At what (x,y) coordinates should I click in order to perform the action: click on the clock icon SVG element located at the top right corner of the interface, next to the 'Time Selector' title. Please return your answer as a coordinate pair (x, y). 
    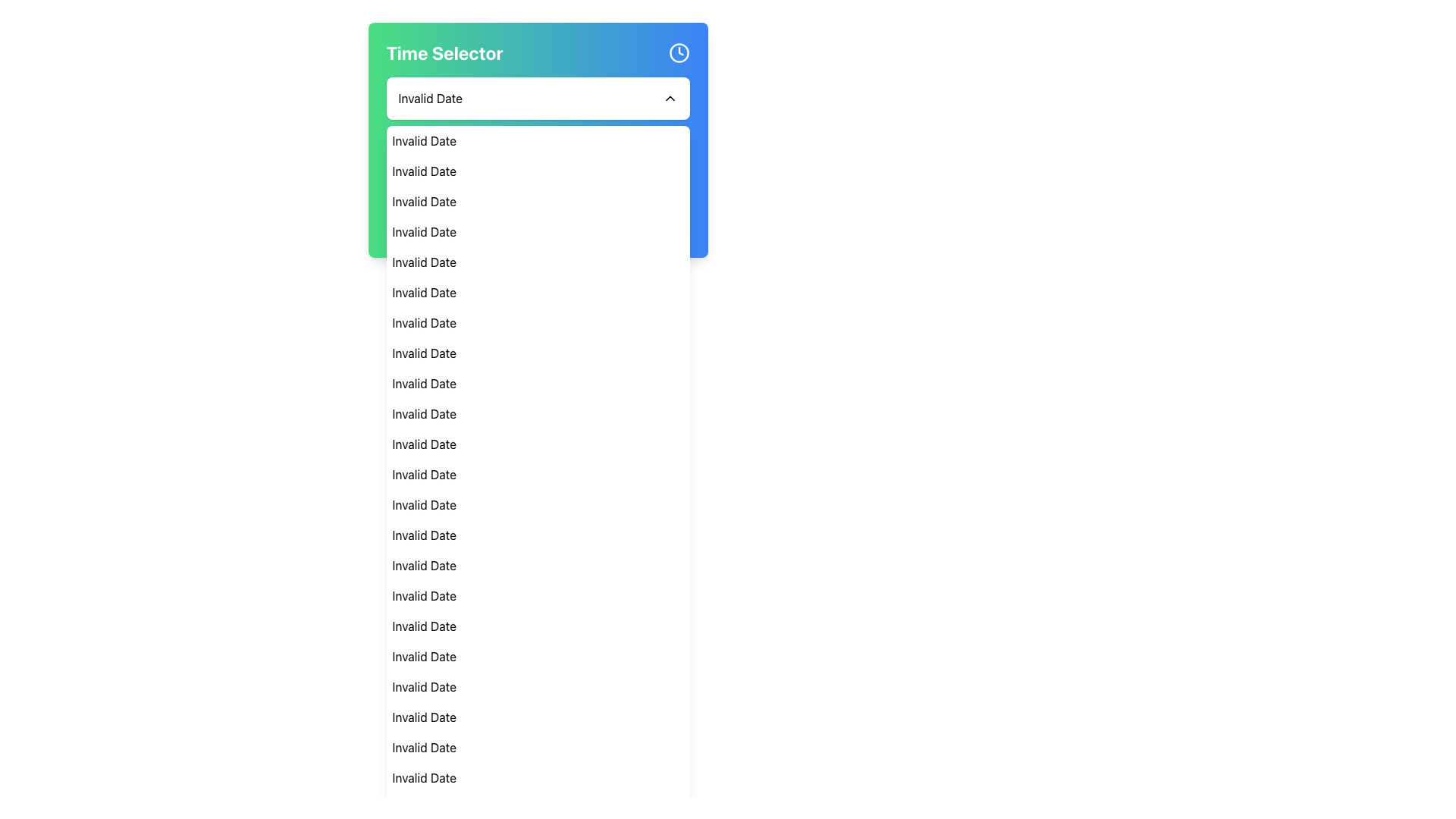
    Looking at the image, I should click on (678, 52).